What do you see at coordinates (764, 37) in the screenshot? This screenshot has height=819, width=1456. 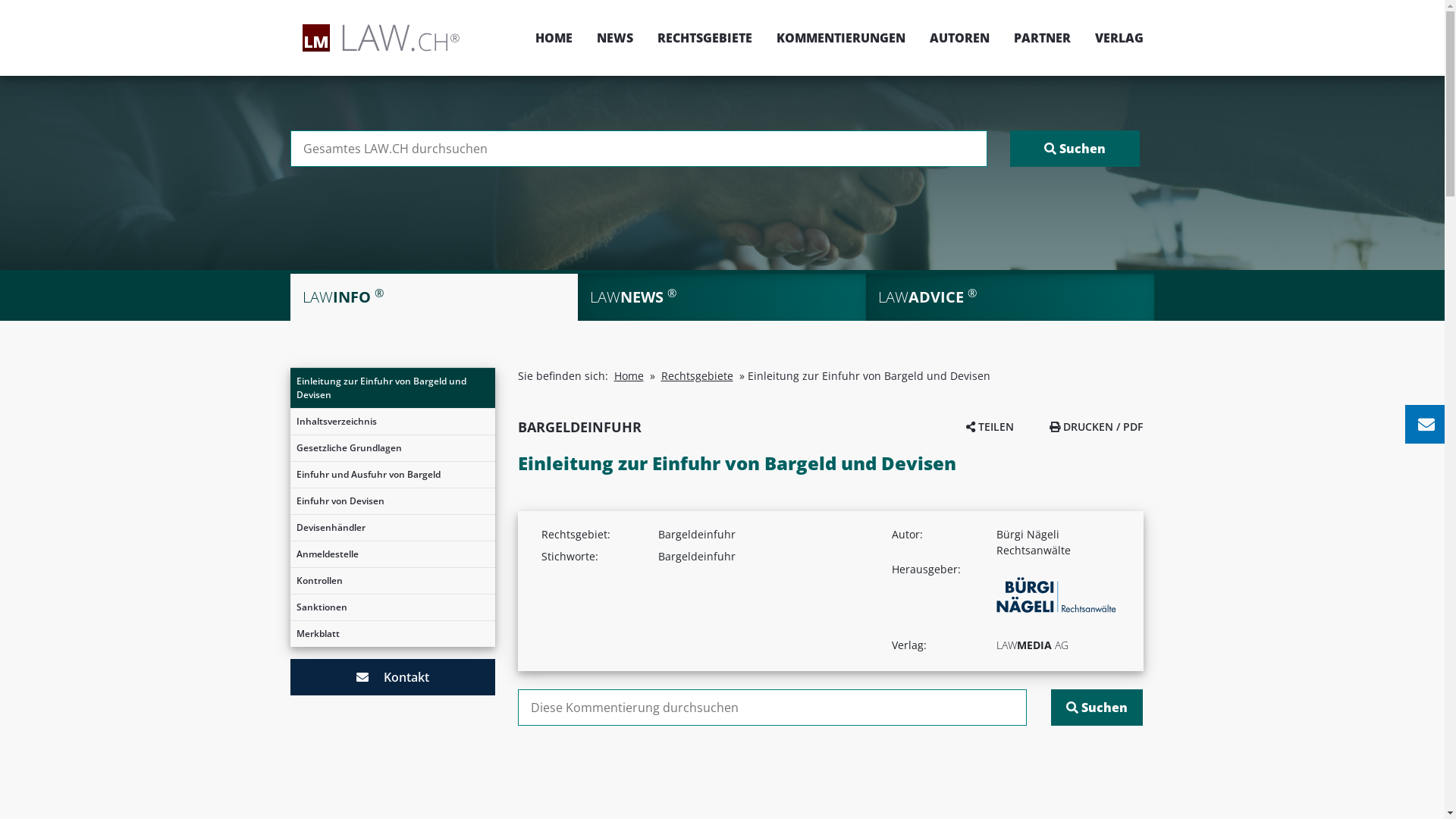 I see `'KOMMENTIERUNGEN'` at bounding box center [764, 37].